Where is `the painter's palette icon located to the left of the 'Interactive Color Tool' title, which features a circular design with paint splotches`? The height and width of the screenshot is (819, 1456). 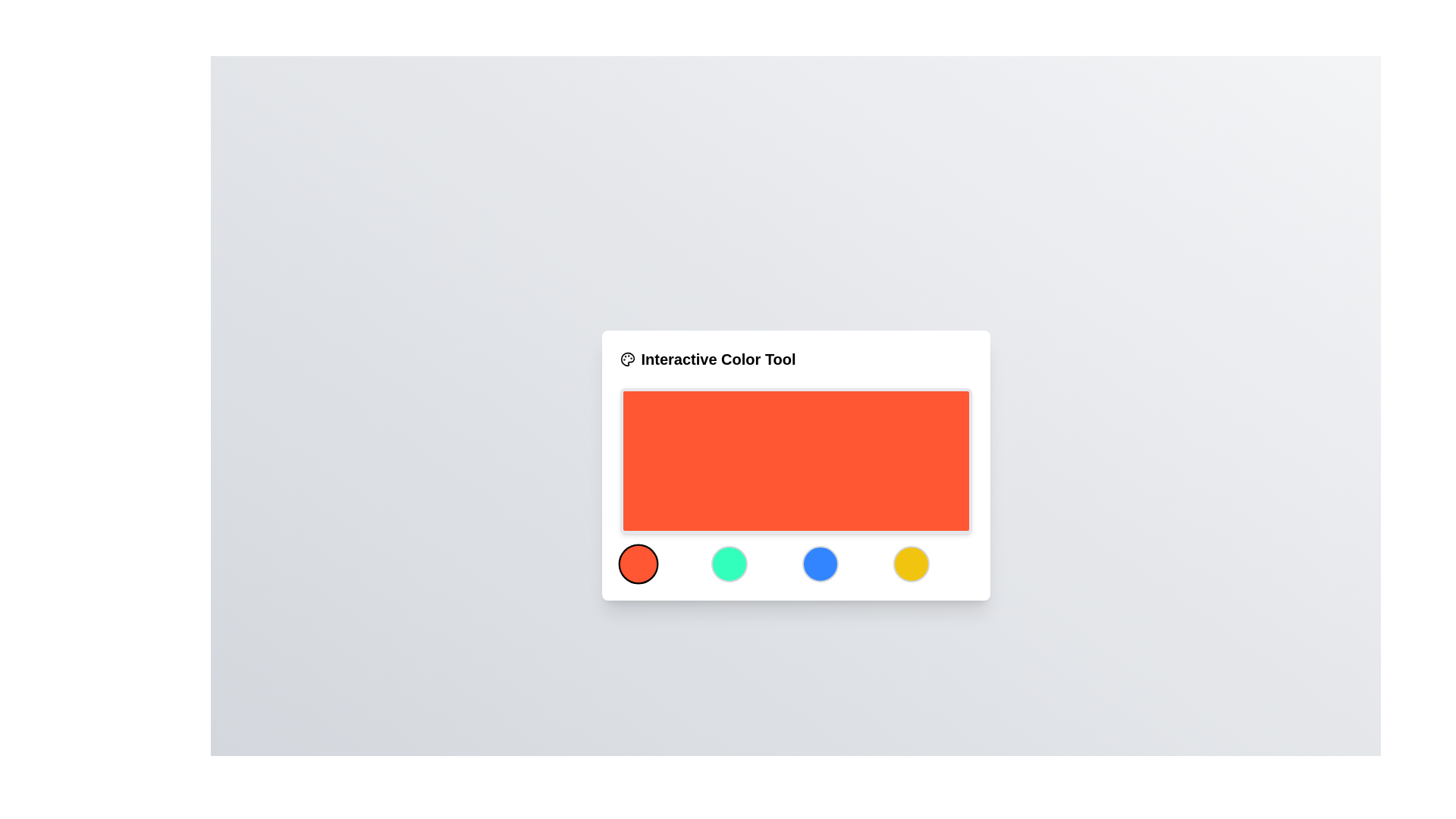 the painter's palette icon located to the left of the 'Interactive Color Tool' title, which features a circular design with paint splotches is located at coordinates (627, 359).